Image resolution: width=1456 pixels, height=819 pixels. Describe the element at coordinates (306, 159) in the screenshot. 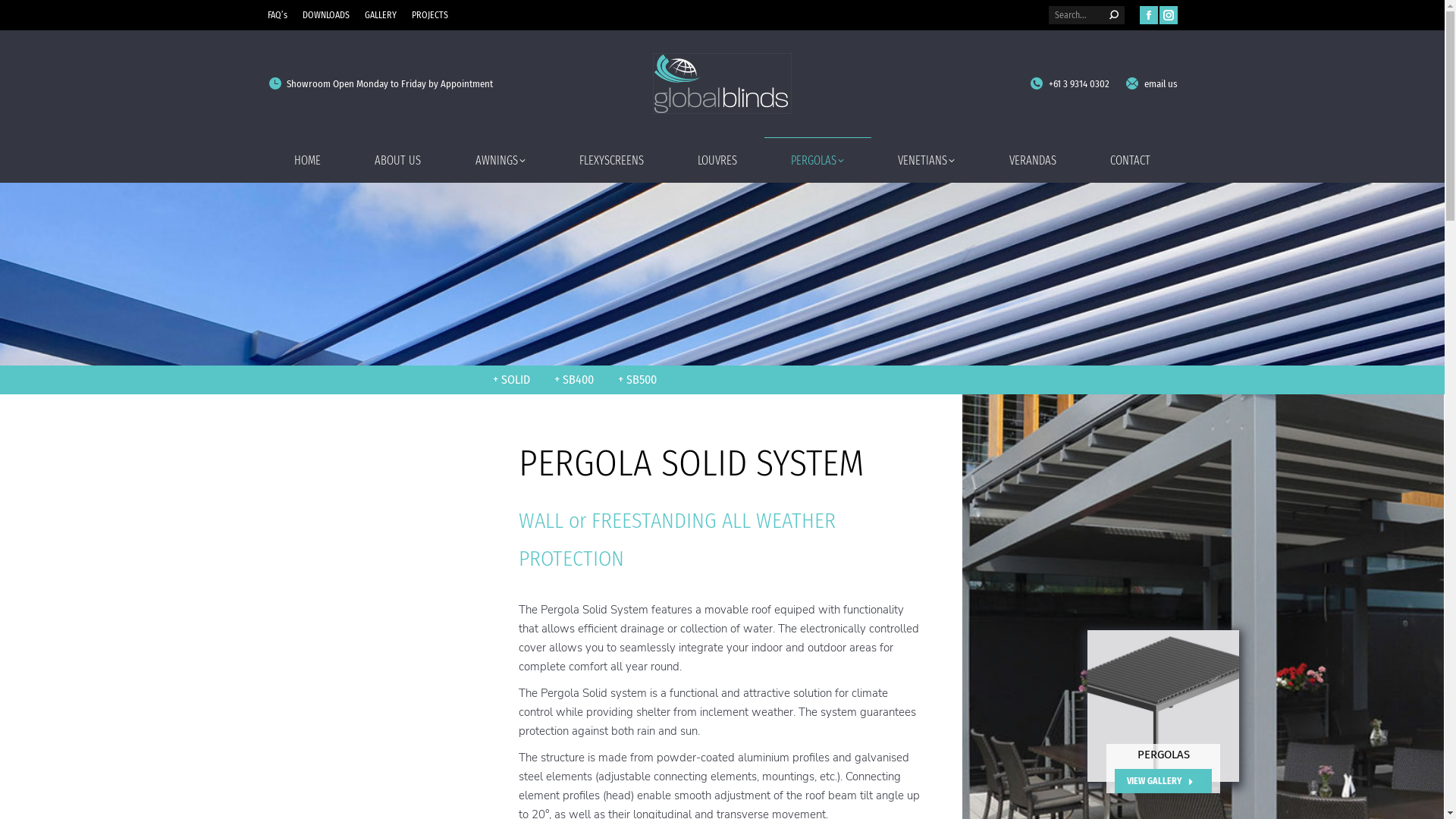

I see `'HOME'` at that location.